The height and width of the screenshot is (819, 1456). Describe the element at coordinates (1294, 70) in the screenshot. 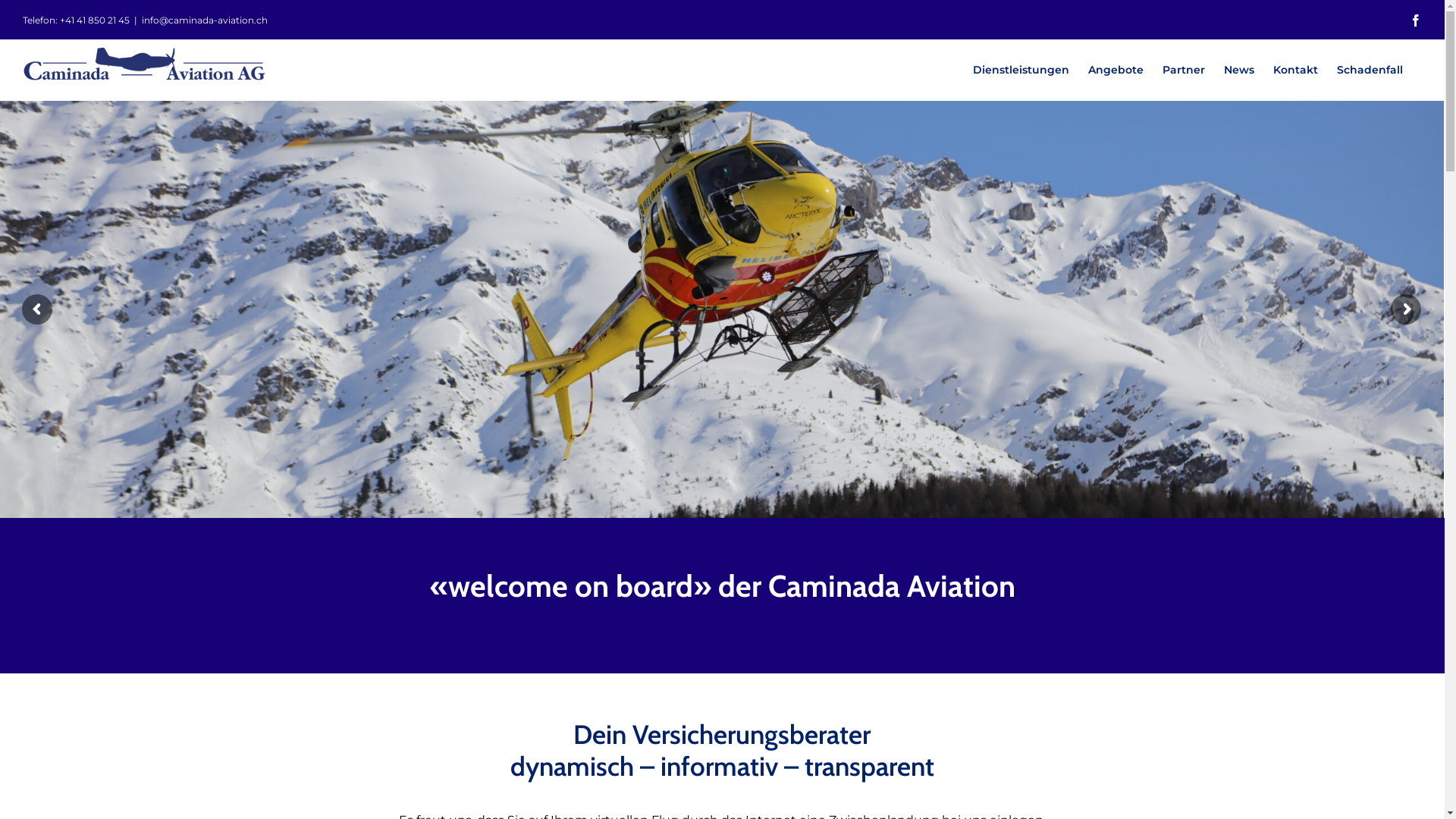

I see `'Kontakt'` at that location.